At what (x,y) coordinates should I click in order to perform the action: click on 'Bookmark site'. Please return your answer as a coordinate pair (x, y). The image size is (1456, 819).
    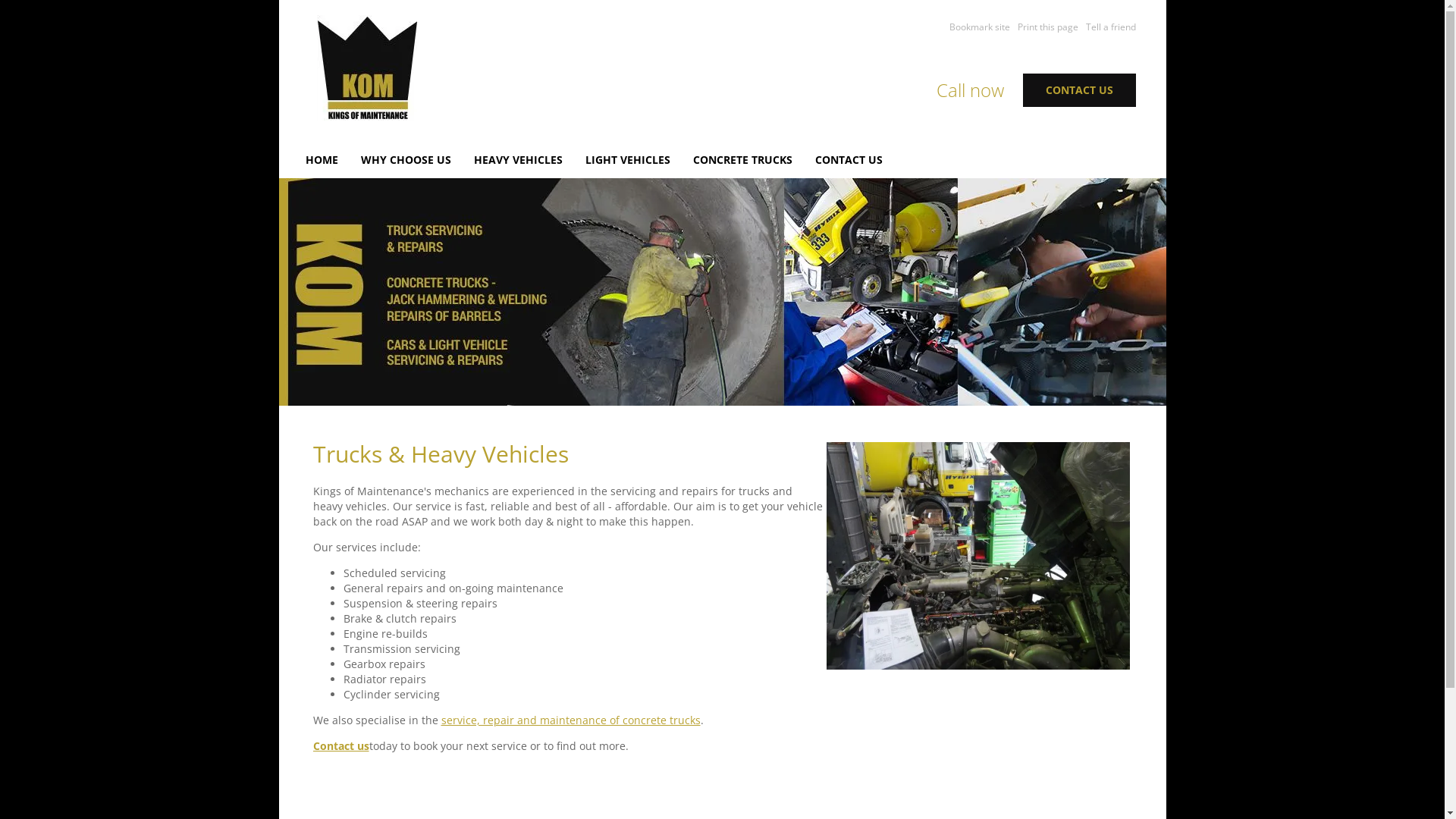
    Looking at the image, I should click on (975, 27).